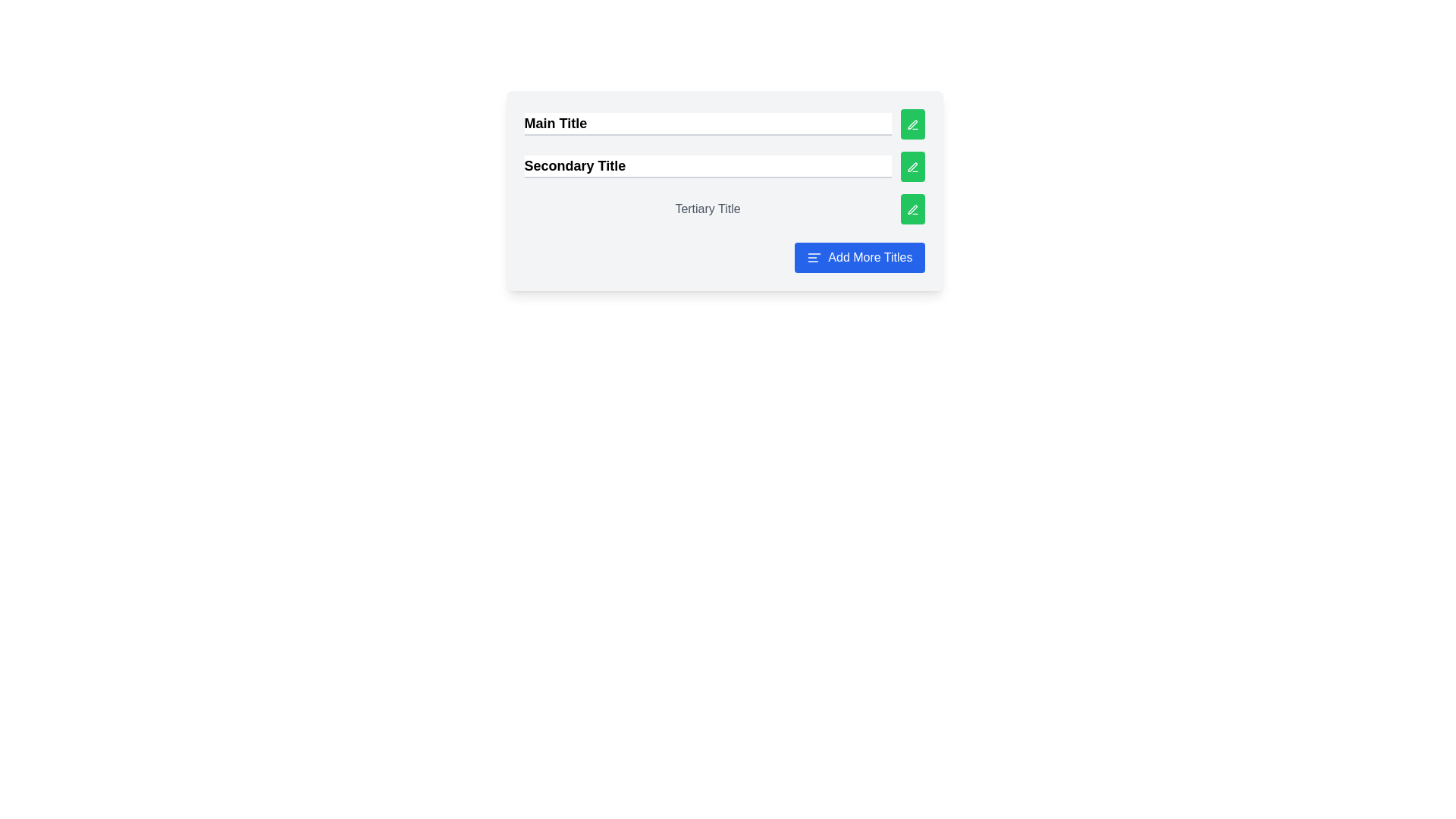 This screenshot has height=819, width=1456. I want to click on the blue button with rounded corners labeled 'Add More Titles', so click(859, 256).